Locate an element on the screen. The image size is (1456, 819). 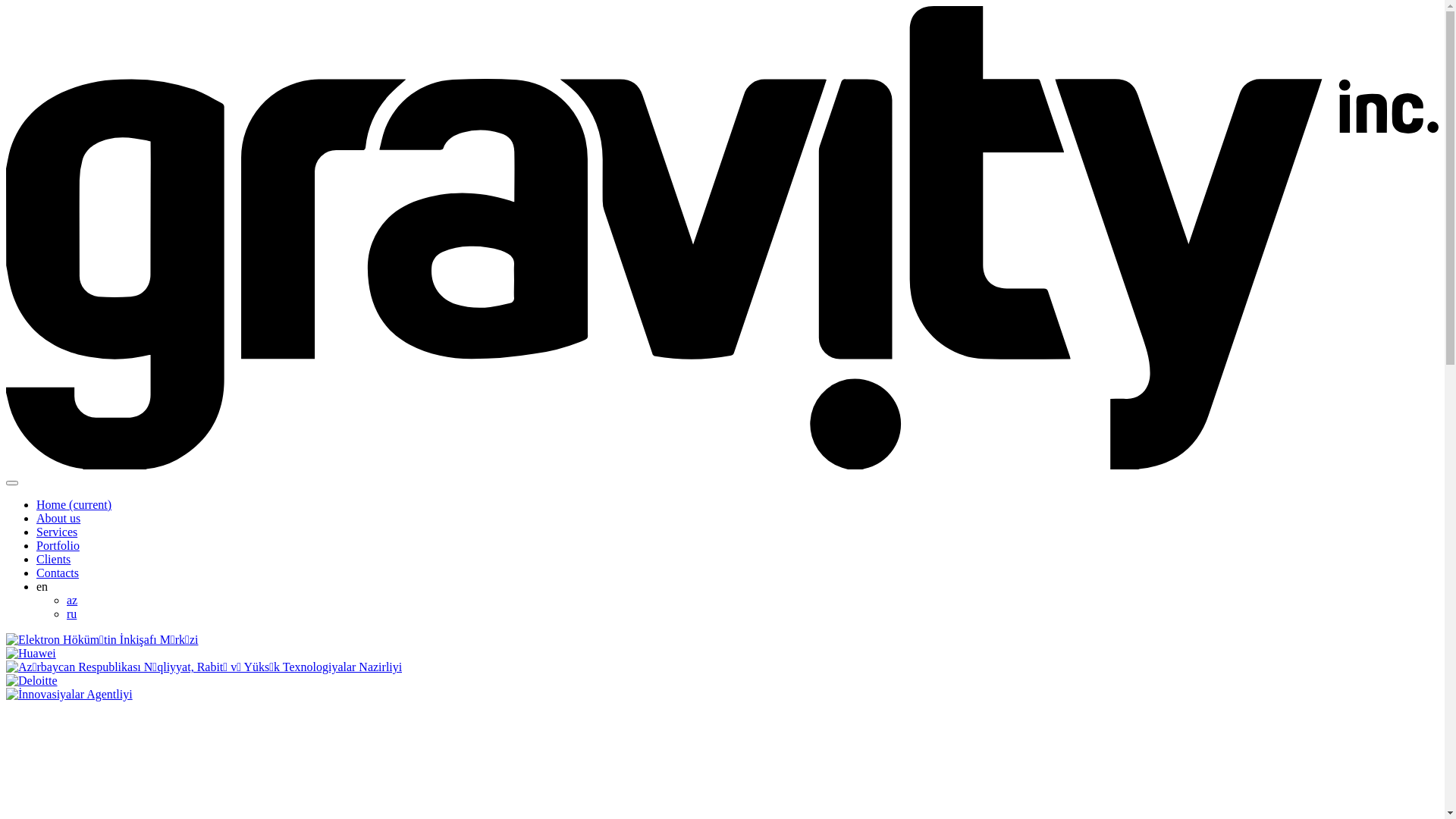
'ru' is located at coordinates (71, 613).